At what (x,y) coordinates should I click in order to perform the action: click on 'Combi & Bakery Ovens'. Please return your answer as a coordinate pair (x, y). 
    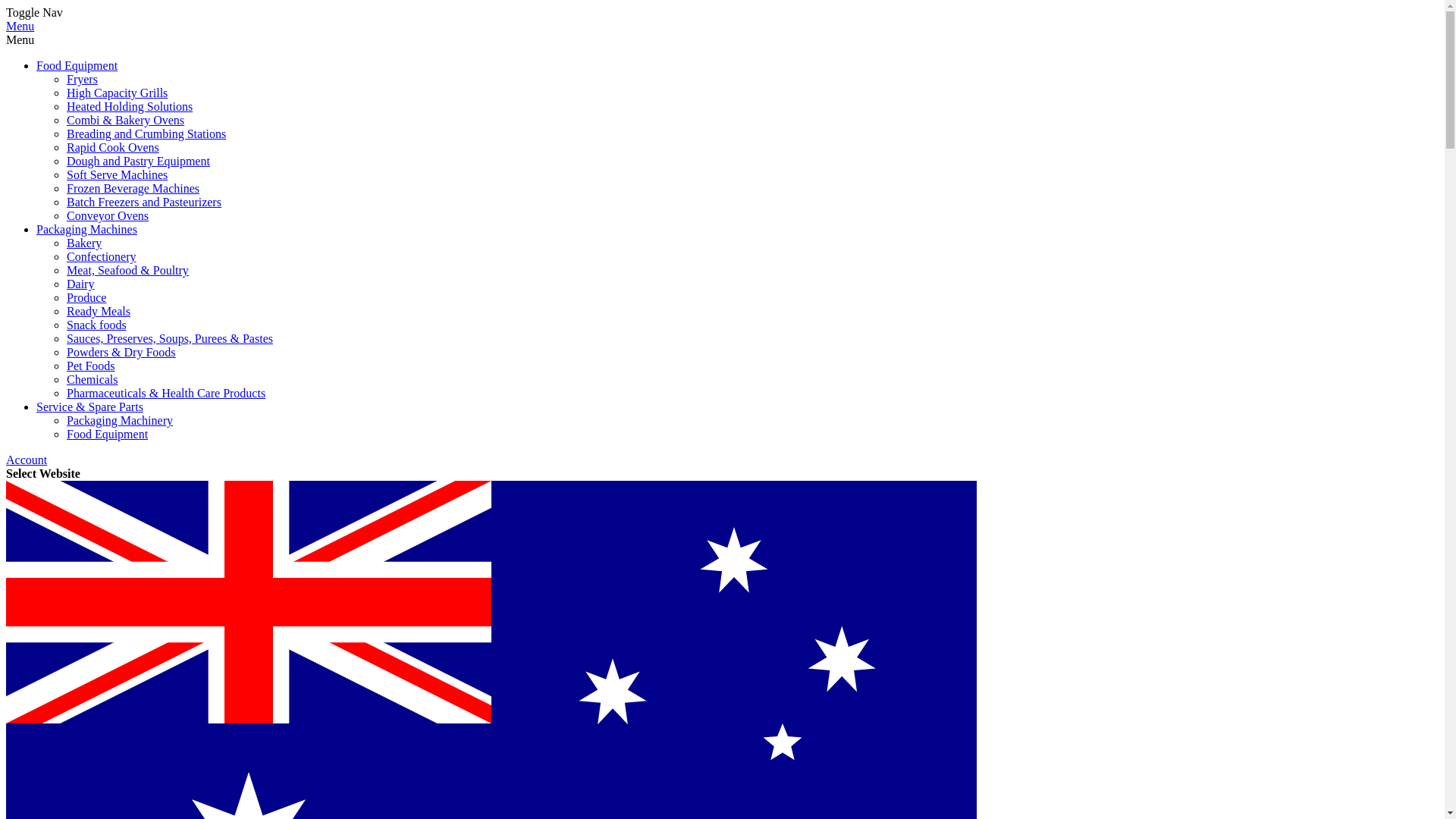
    Looking at the image, I should click on (125, 119).